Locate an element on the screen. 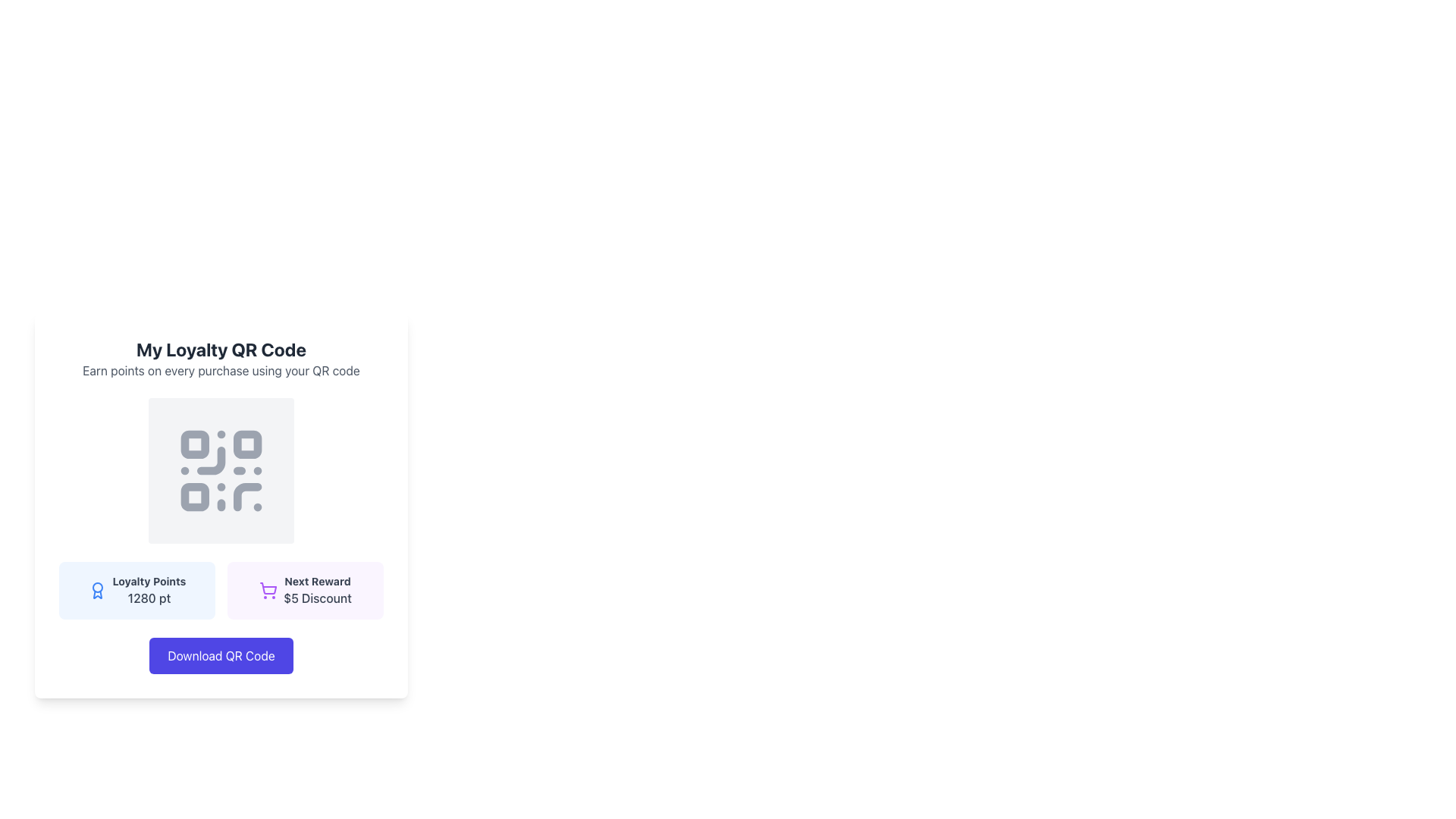 The width and height of the screenshot is (1456, 819). text label displaying '$5 Discount' located below the 'Next Reward' text in the right-hand section of the two-column card layout is located at coordinates (316, 598).